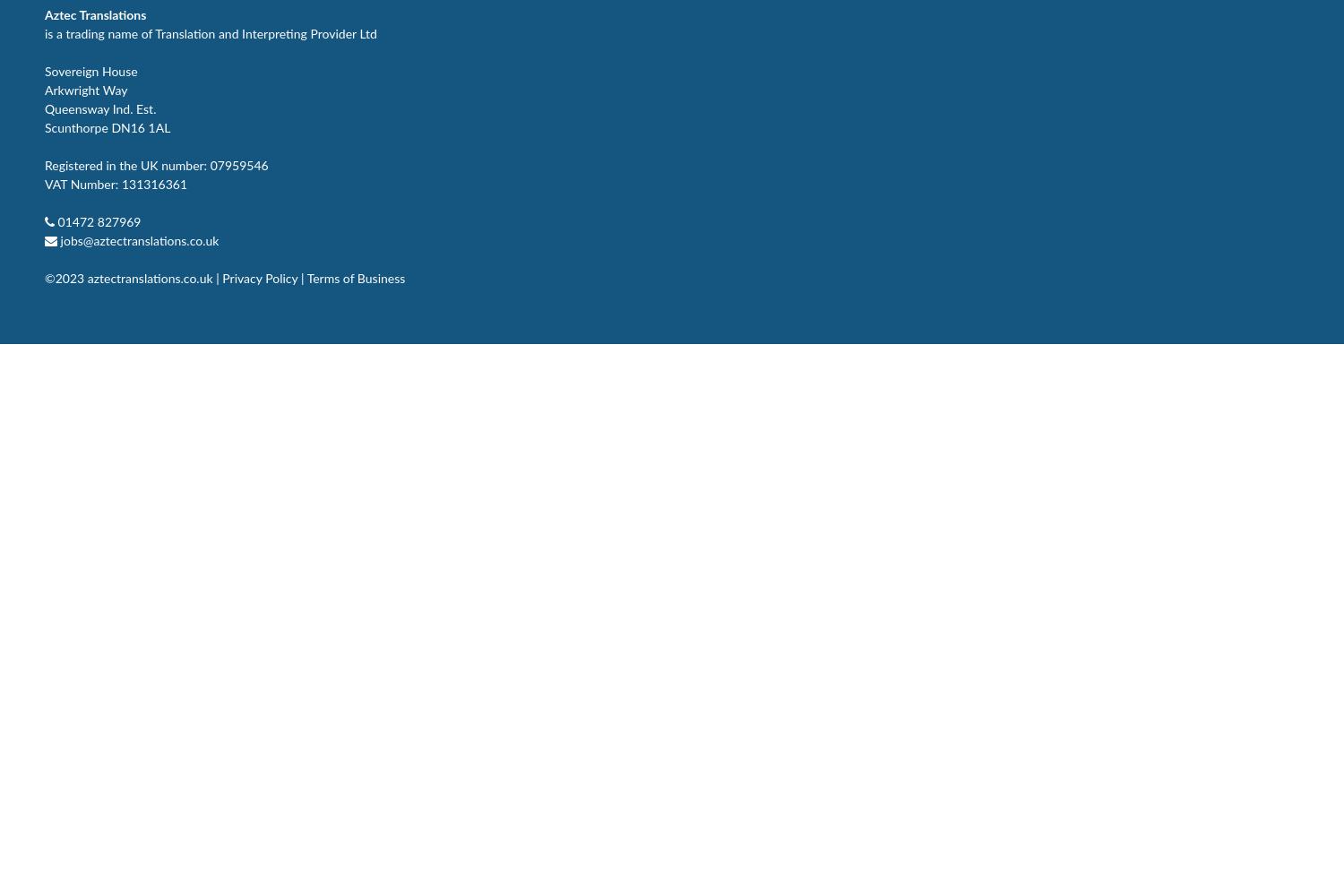 This screenshot has width=1344, height=896. Describe the element at coordinates (44, 108) in the screenshot. I see `'Queensway Ind. Est.'` at that location.